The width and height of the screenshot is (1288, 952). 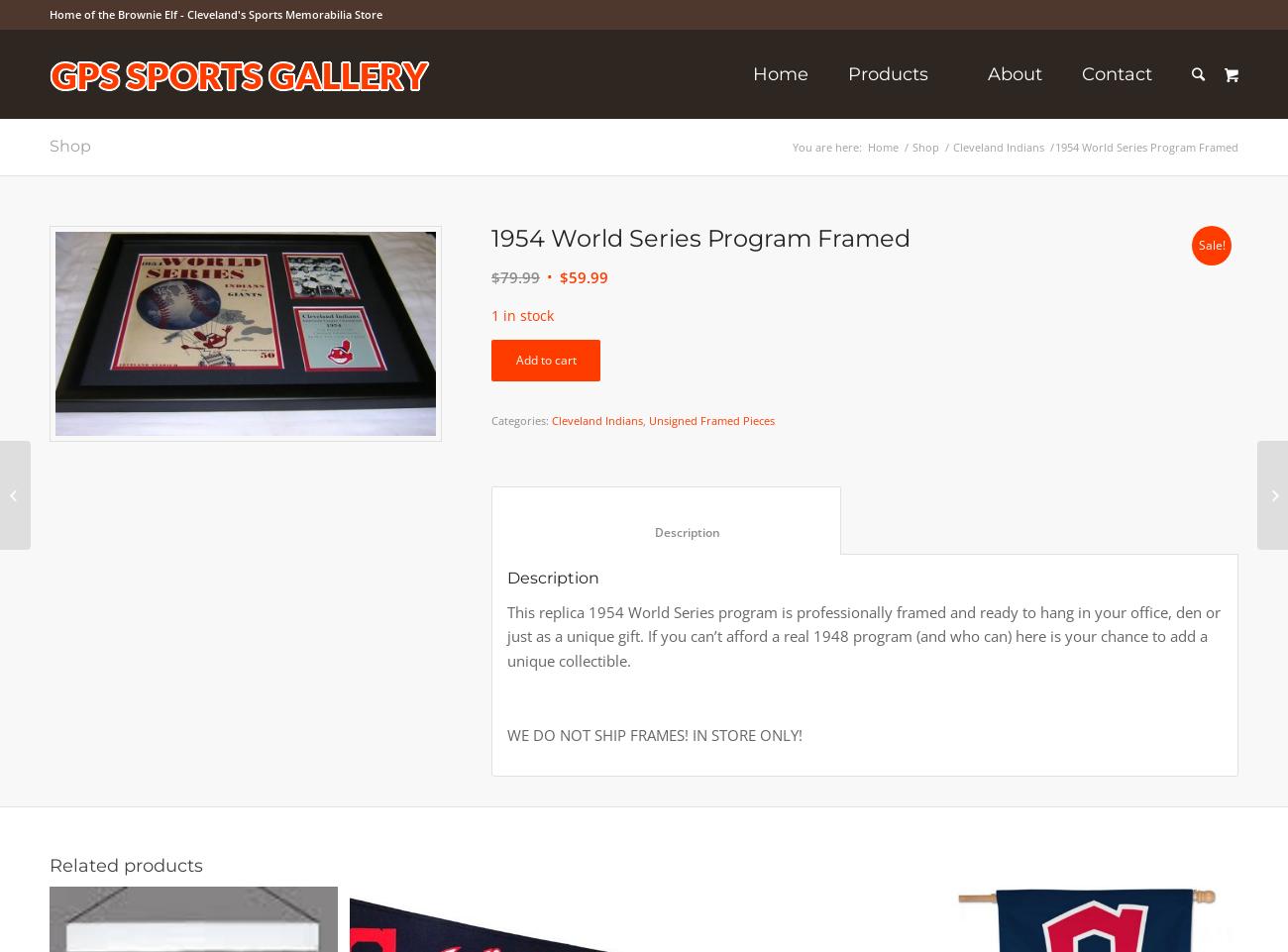 I want to click on 'Home of the Brownie Elf - Cleveland's Sports Memorabilia Store', so click(x=215, y=13).